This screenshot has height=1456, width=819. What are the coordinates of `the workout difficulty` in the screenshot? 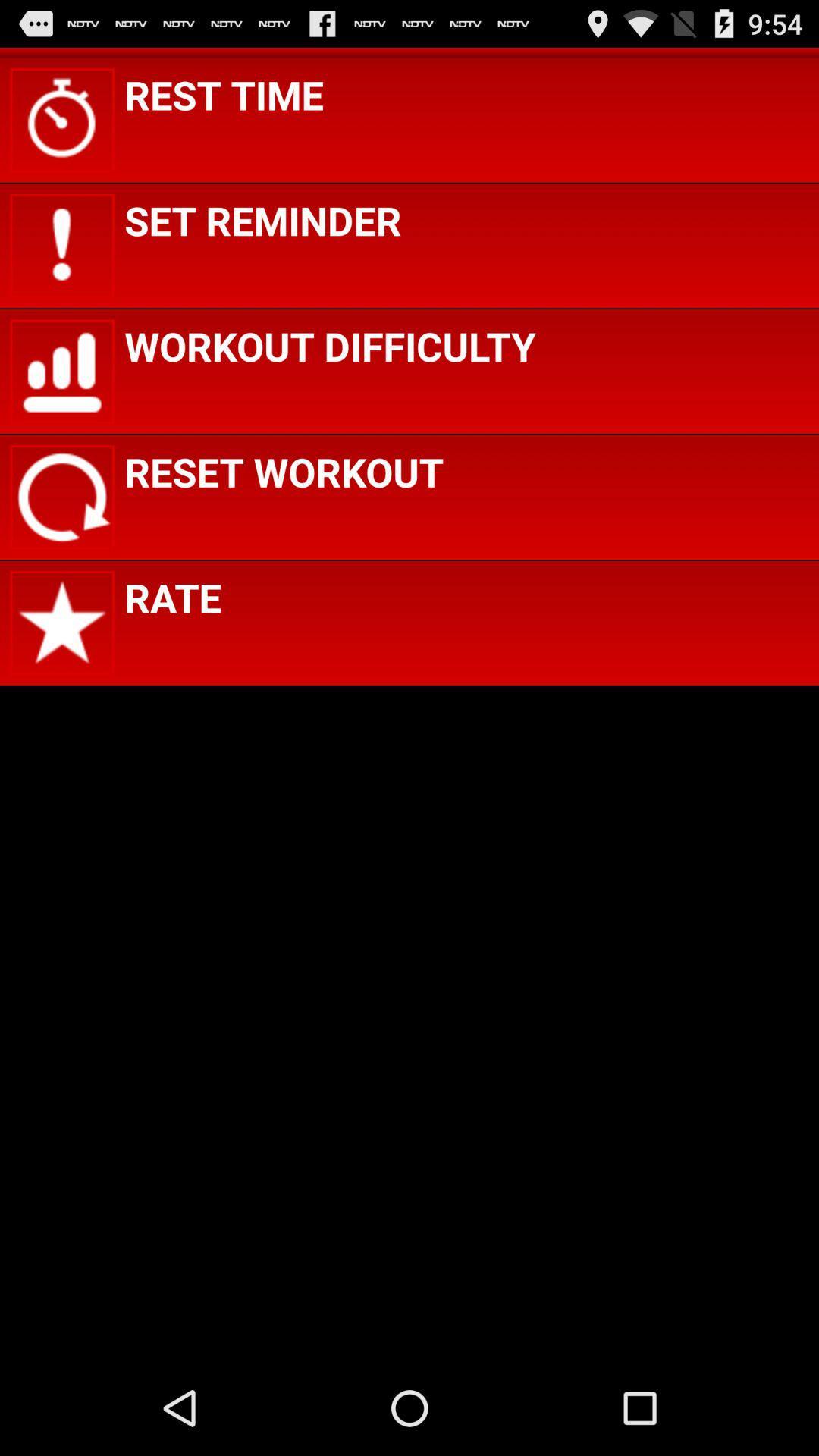 It's located at (329, 345).